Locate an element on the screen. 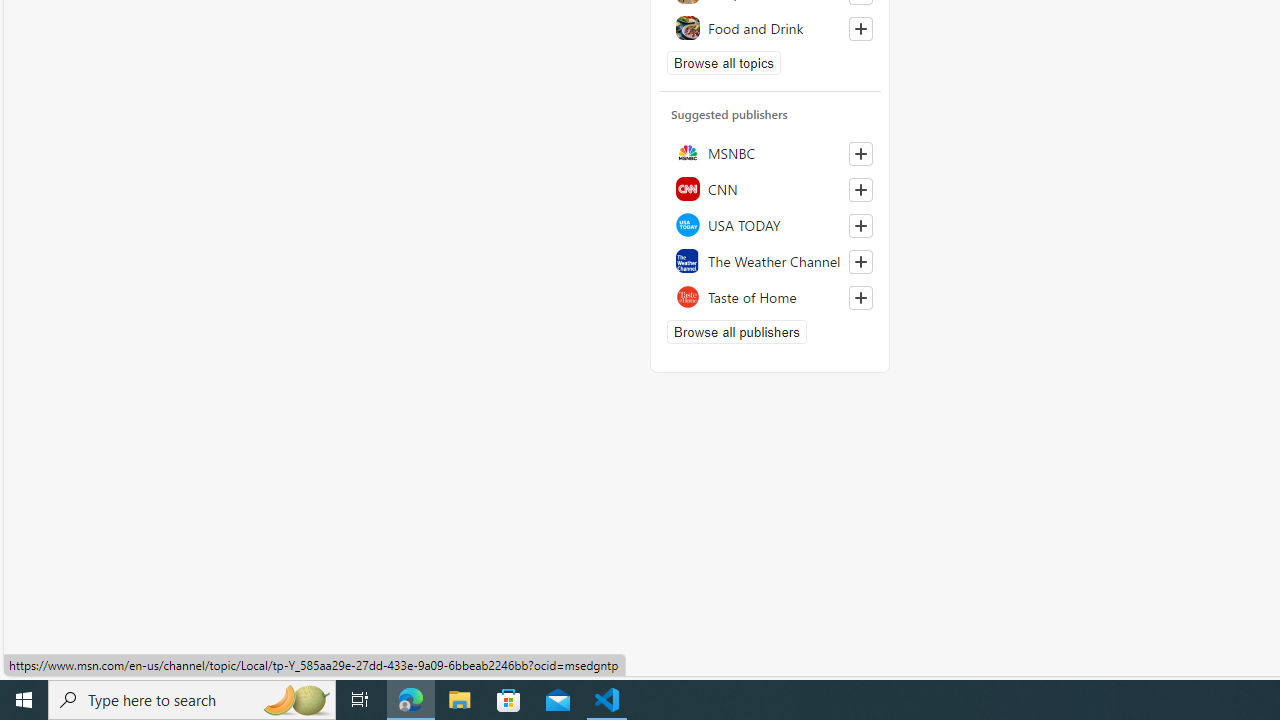 The width and height of the screenshot is (1280, 720). 'Browse all topics' is located at coordinates (723, 61).